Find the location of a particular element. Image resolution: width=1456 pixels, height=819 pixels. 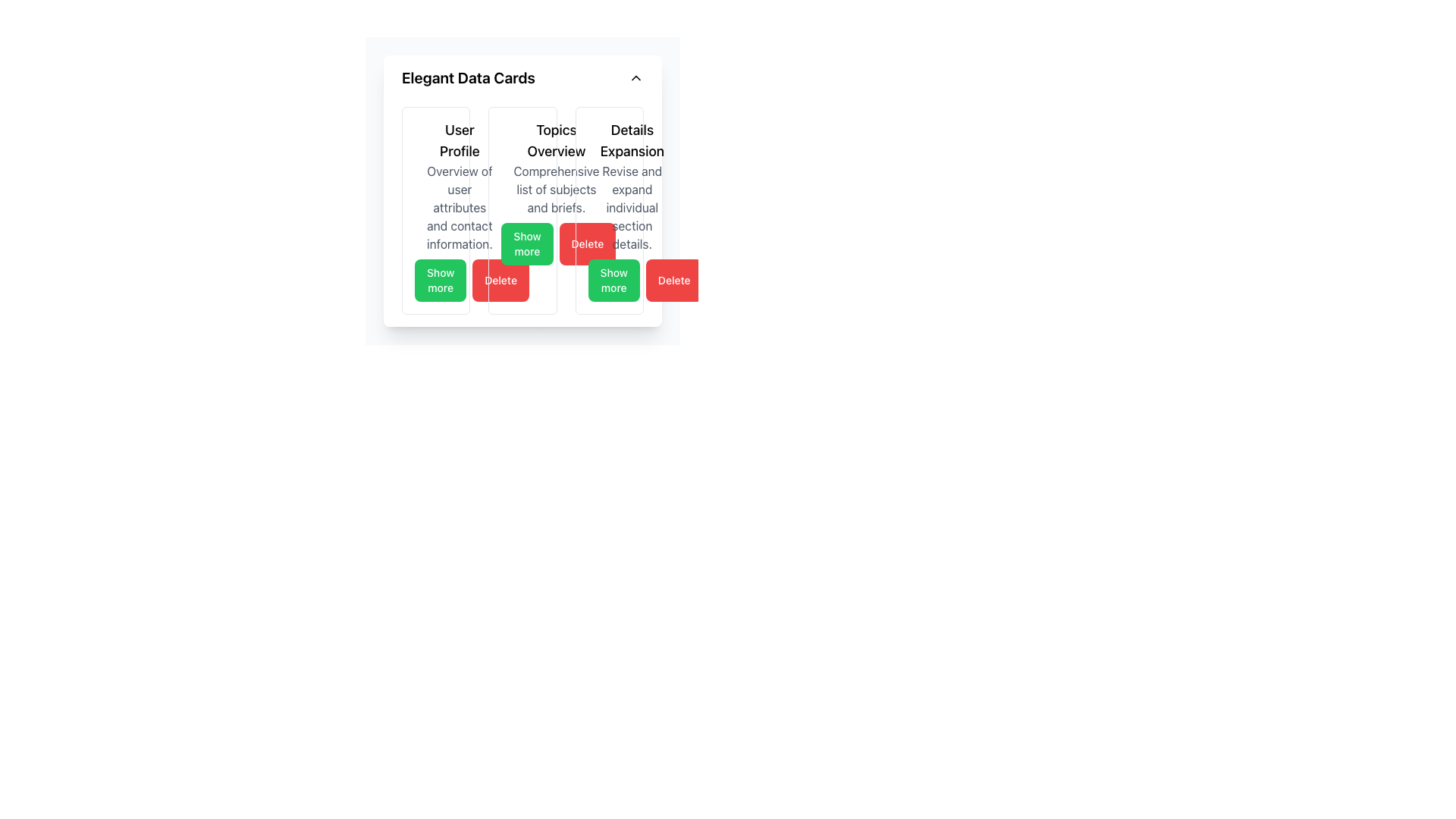

the descriptive text block reading 'Comprehensive list of subjects and briefs.' located below the heading 'Topics Overview' in the middle card of a three-card layout is located at coordinates (556, 189).